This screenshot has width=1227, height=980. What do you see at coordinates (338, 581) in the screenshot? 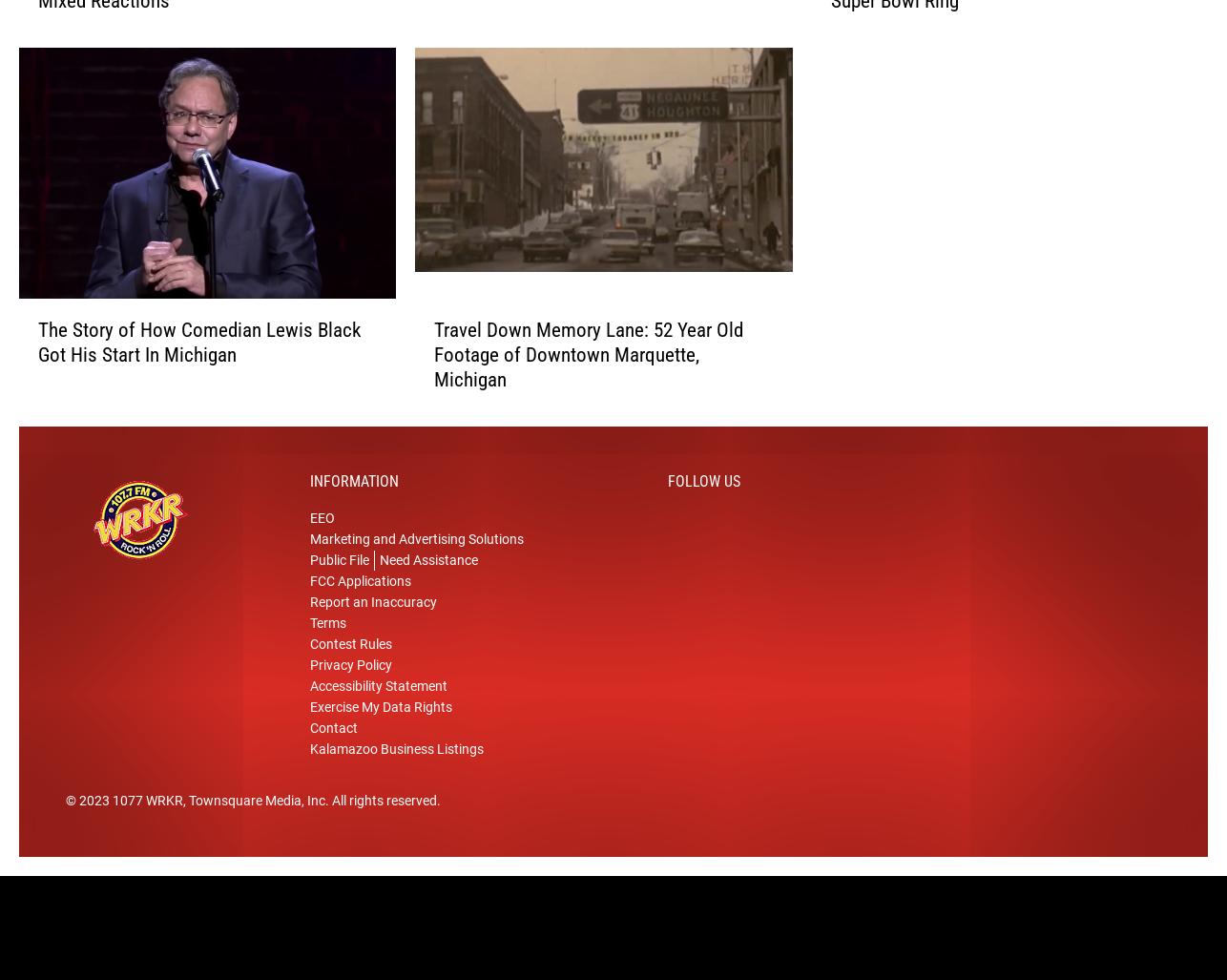
I see `'Public File'` at bounding box center [338, 581].